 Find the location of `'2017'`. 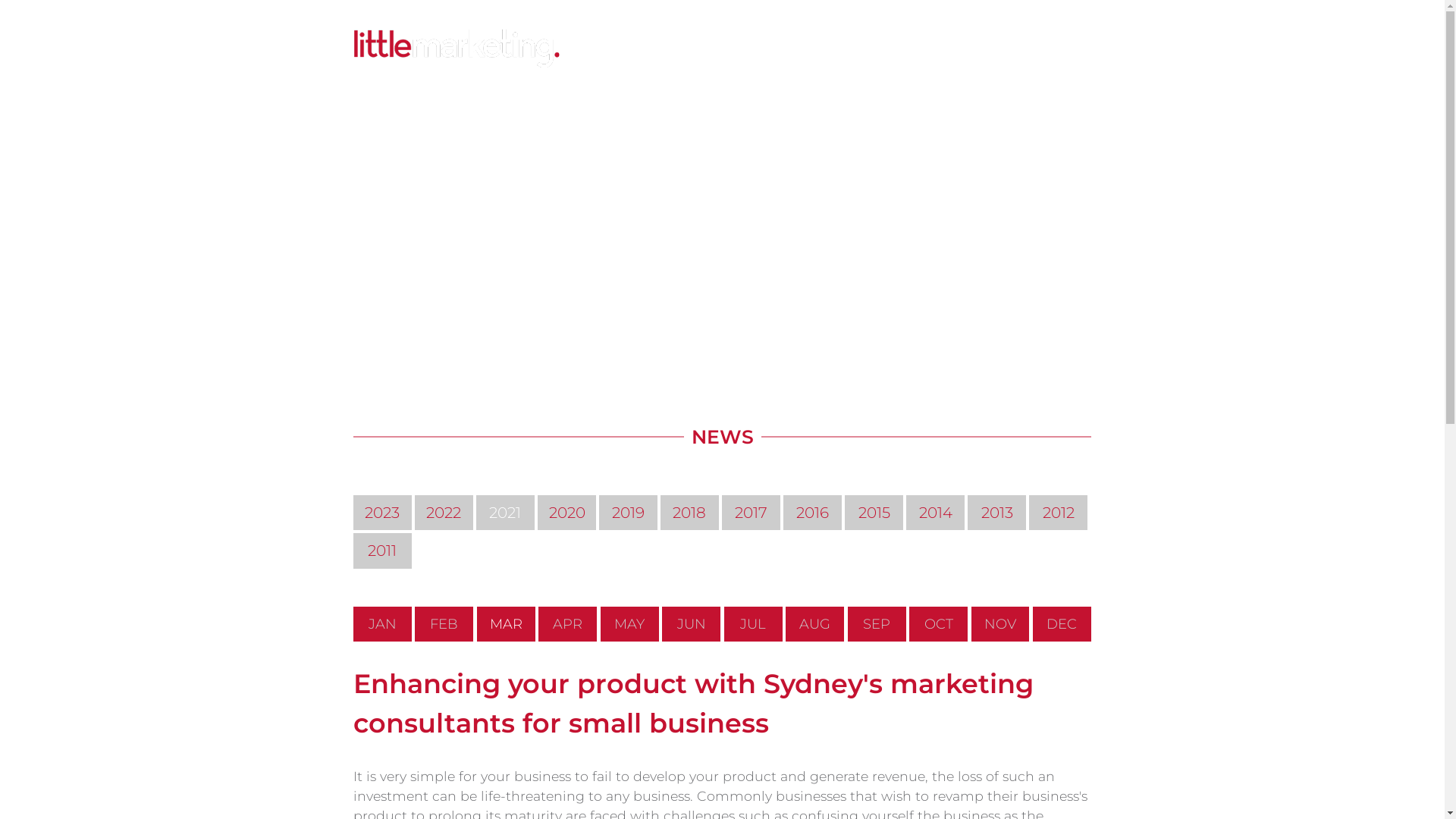

'2017' is located at coordinates (751, 512).